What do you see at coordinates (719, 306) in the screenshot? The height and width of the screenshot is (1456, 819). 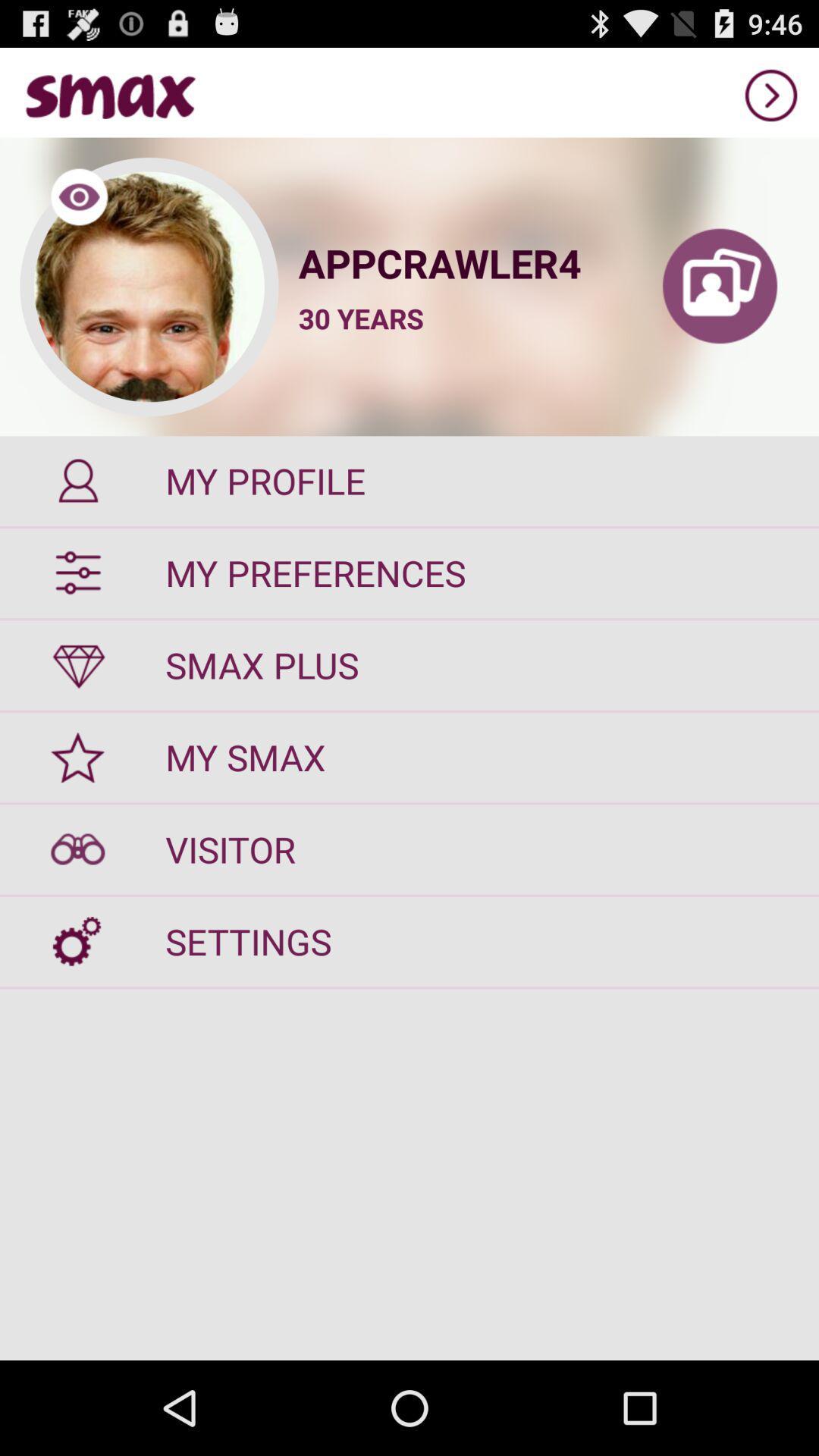 I see `the wallpaper icon` at bounding box center [719, 306].